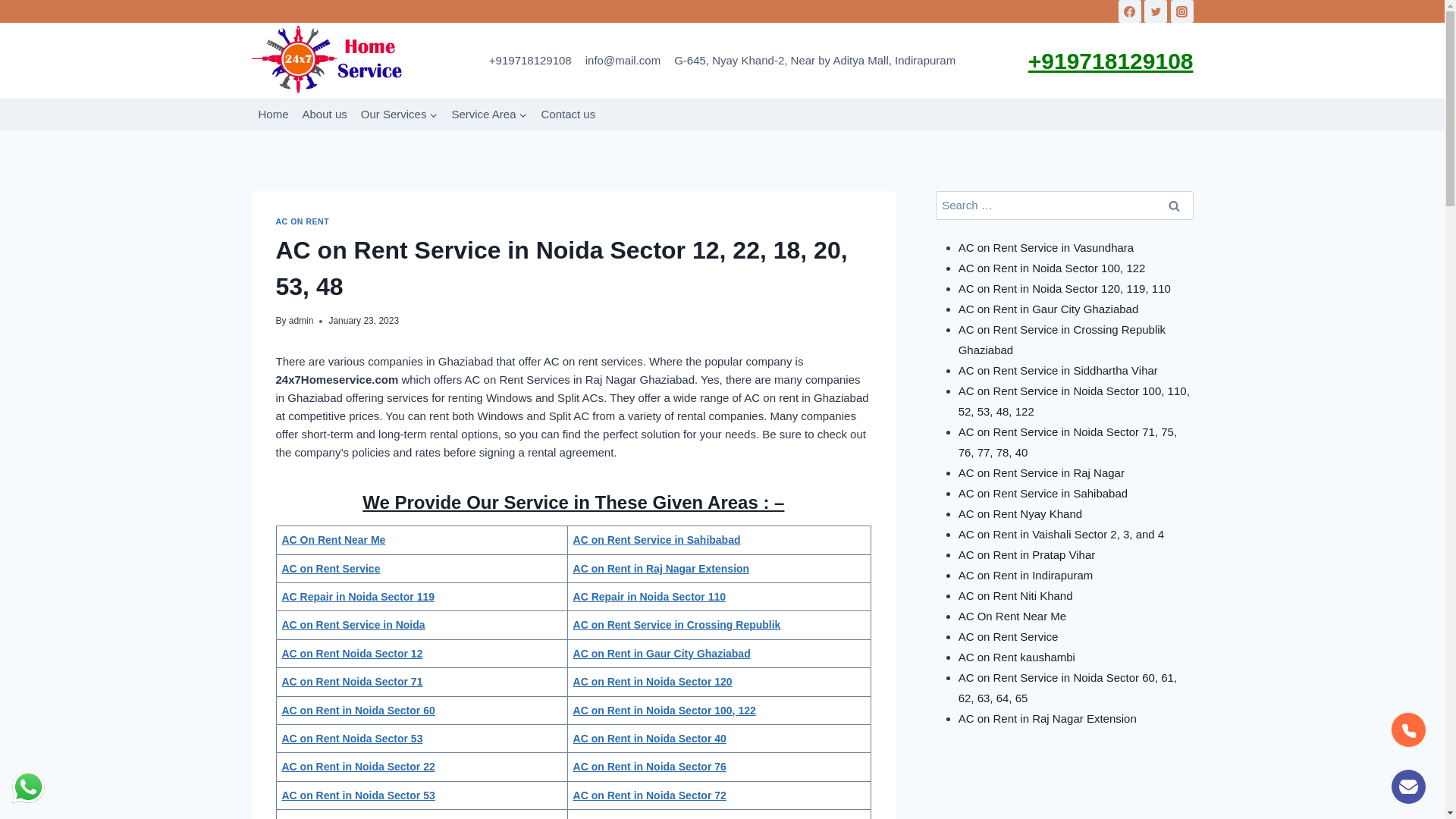 The width and height of the screenshot is (1456, 819). Describe the element at coordinates (1015, 594) in the screenshot. I see `'AC on Rent Niti Khand'` at that location.